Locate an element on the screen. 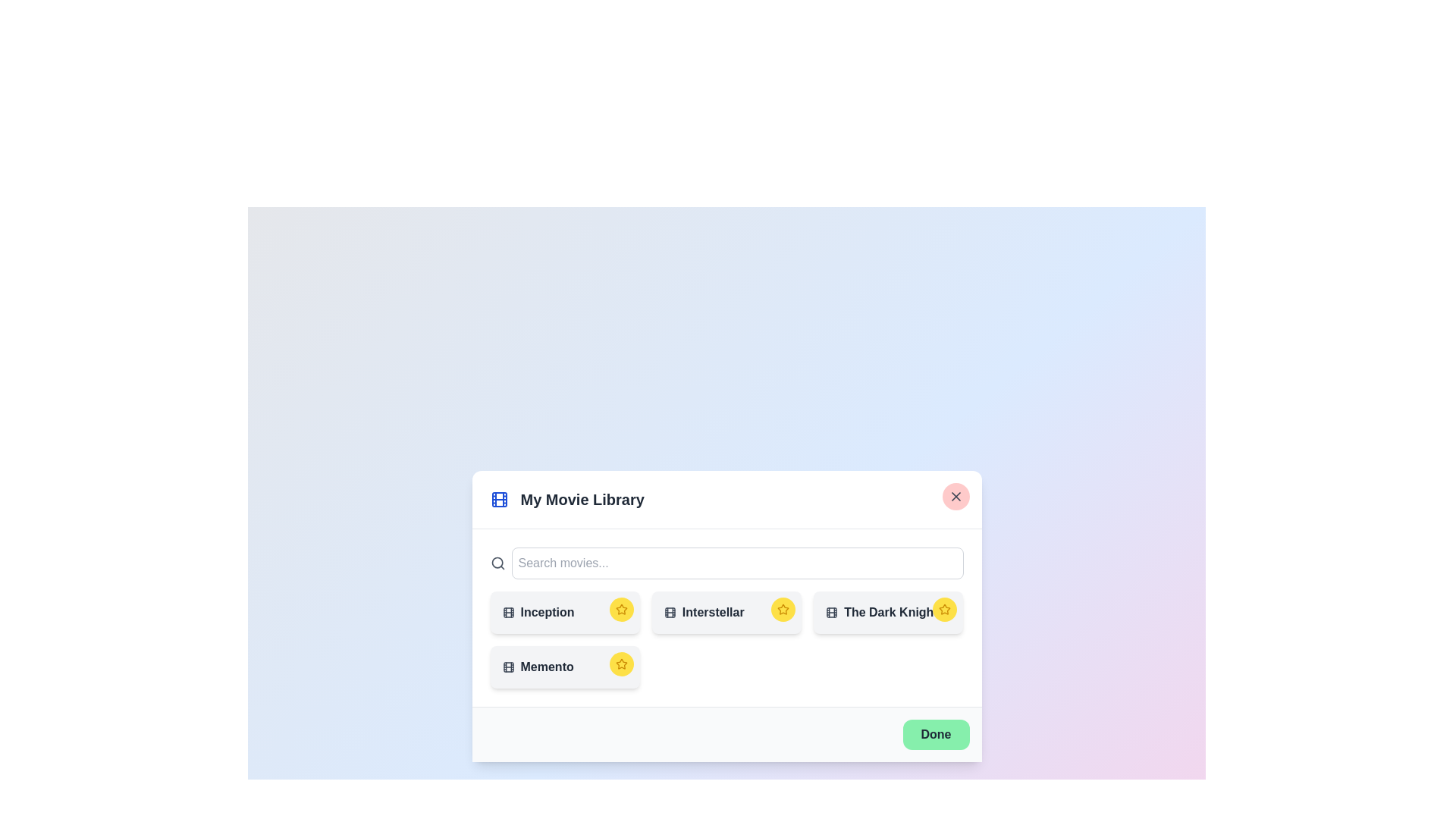  the non-interactive decorative rectangle shape in the SVG graphic that is part of the film icon next to the title 'My Movie Library' is located at coordinates (831, 611).